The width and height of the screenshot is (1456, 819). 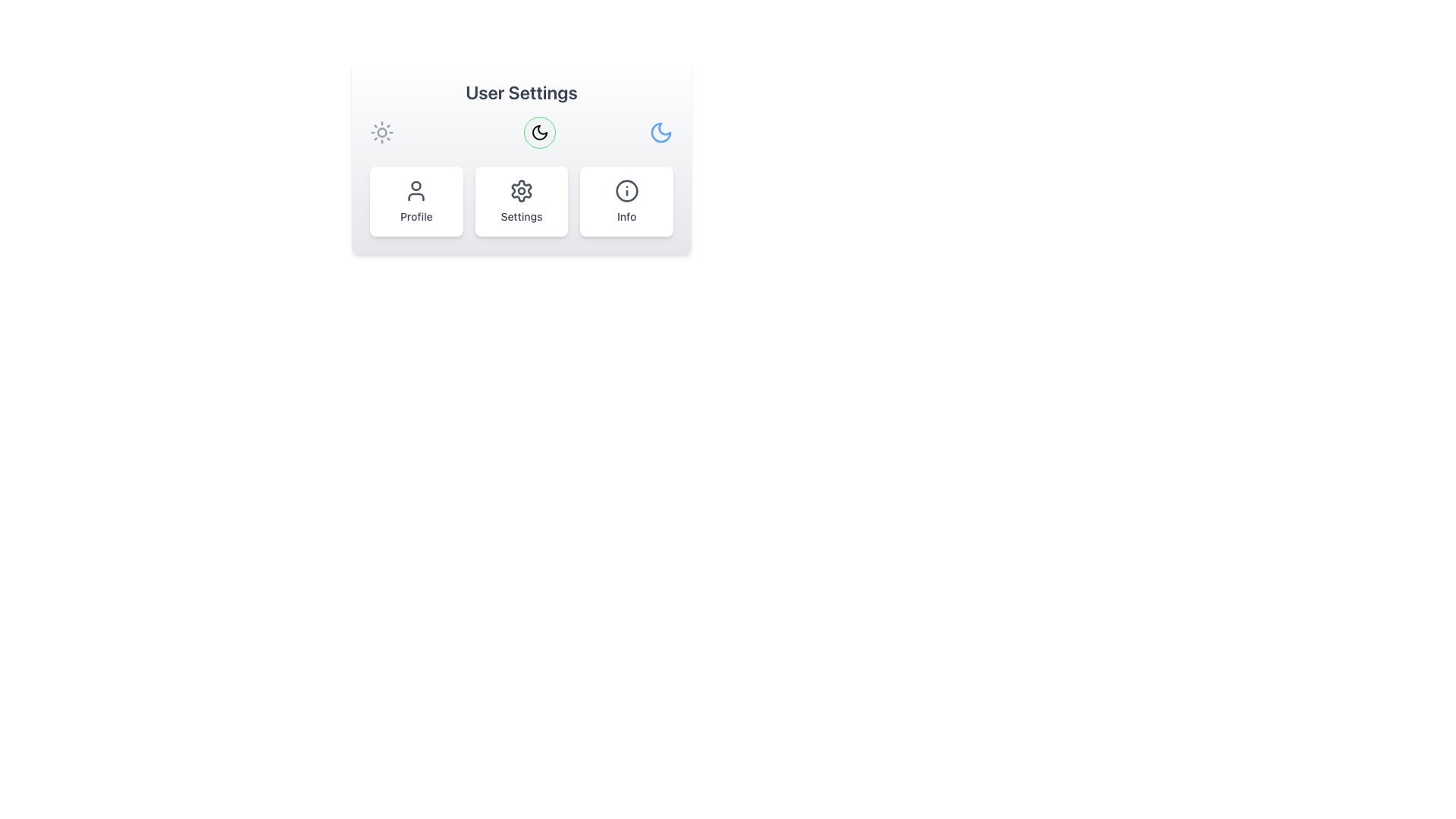 I want to click on the toggle switch with decorative icons for switching between light and dark mode in the 'User Settings' card, so click(x=521, y=131).